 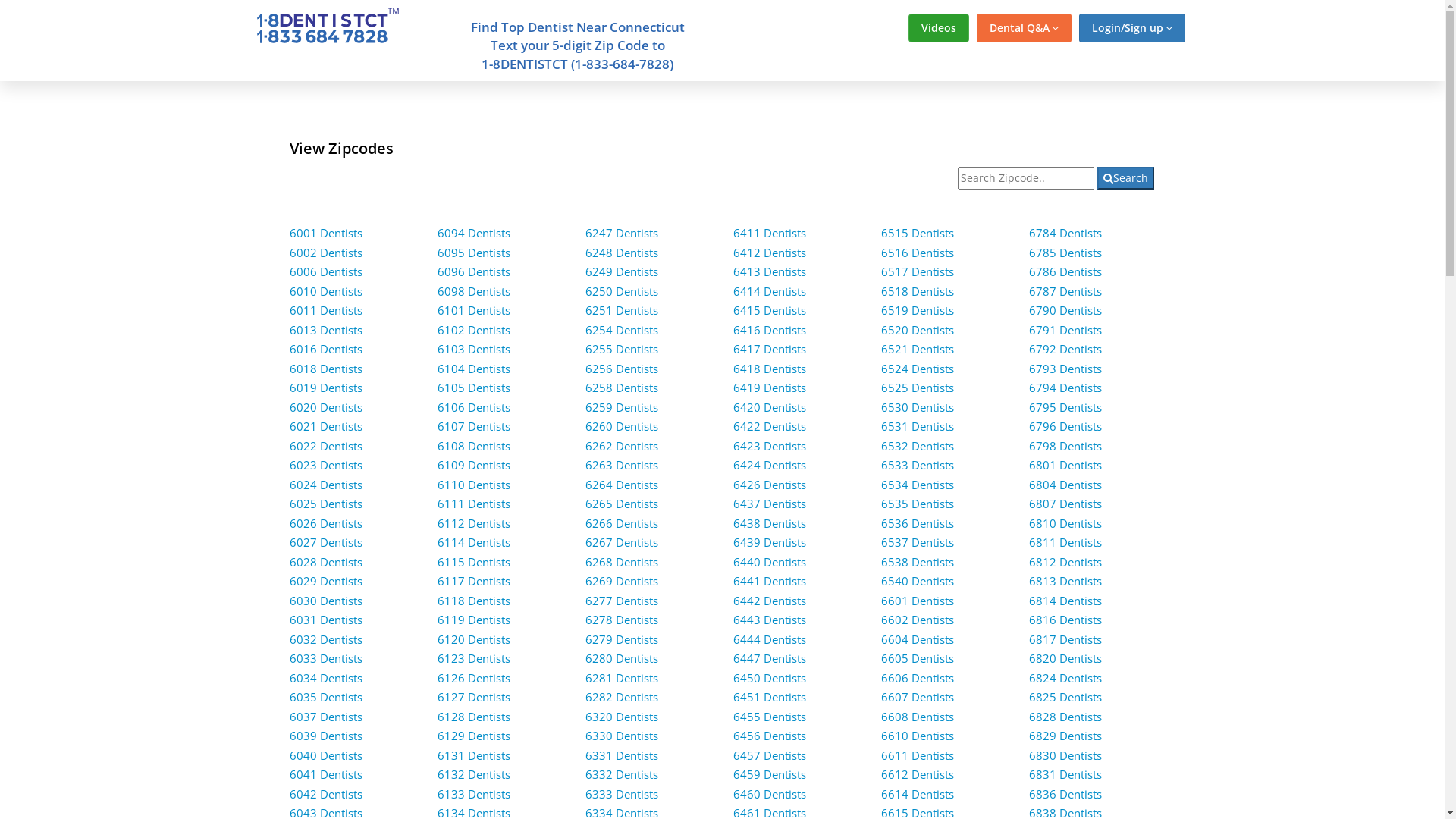 I want to click on '6094 Dentists', so click(x=472, y=233).